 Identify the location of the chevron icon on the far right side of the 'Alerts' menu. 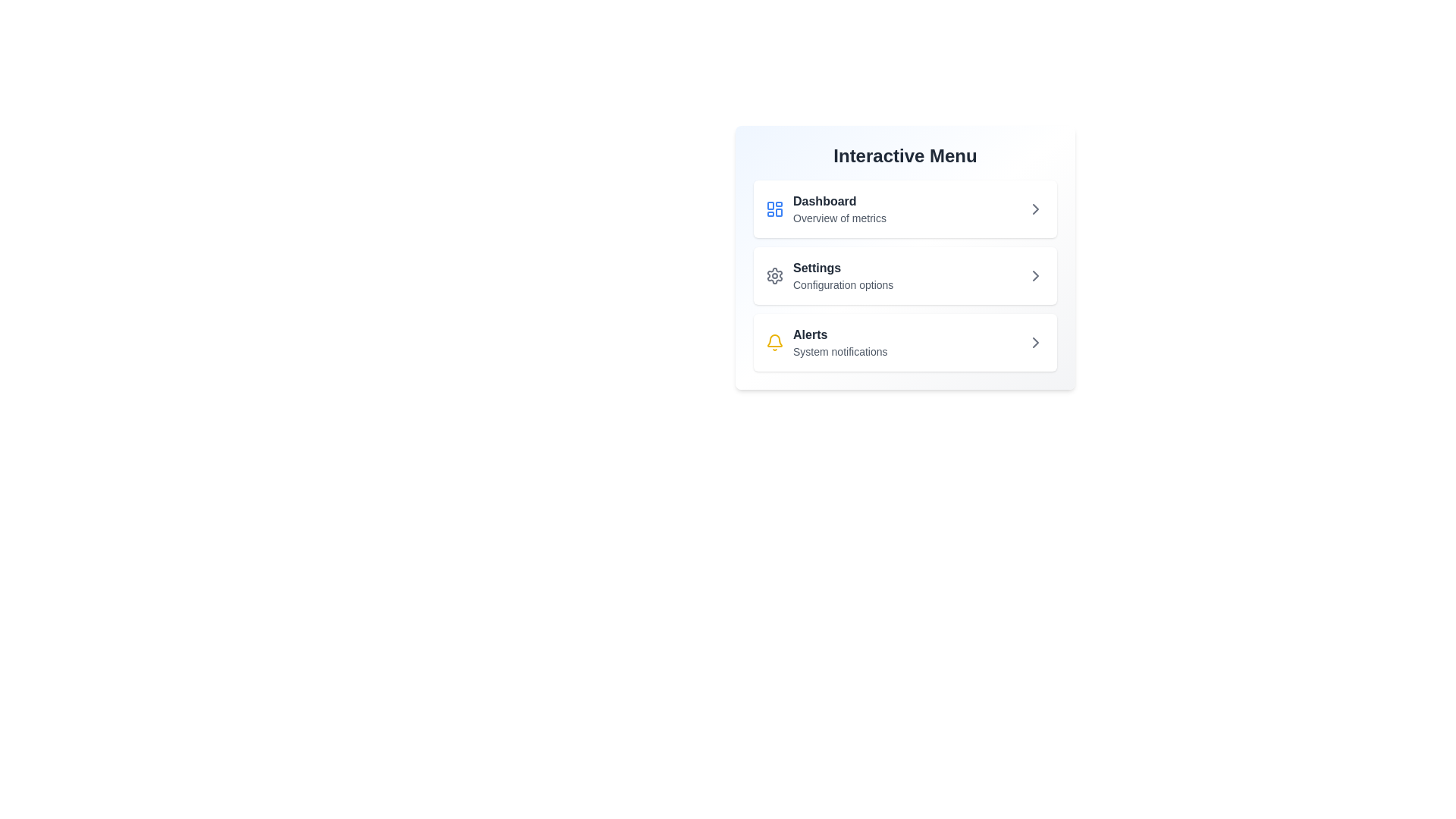
(1035, 342).